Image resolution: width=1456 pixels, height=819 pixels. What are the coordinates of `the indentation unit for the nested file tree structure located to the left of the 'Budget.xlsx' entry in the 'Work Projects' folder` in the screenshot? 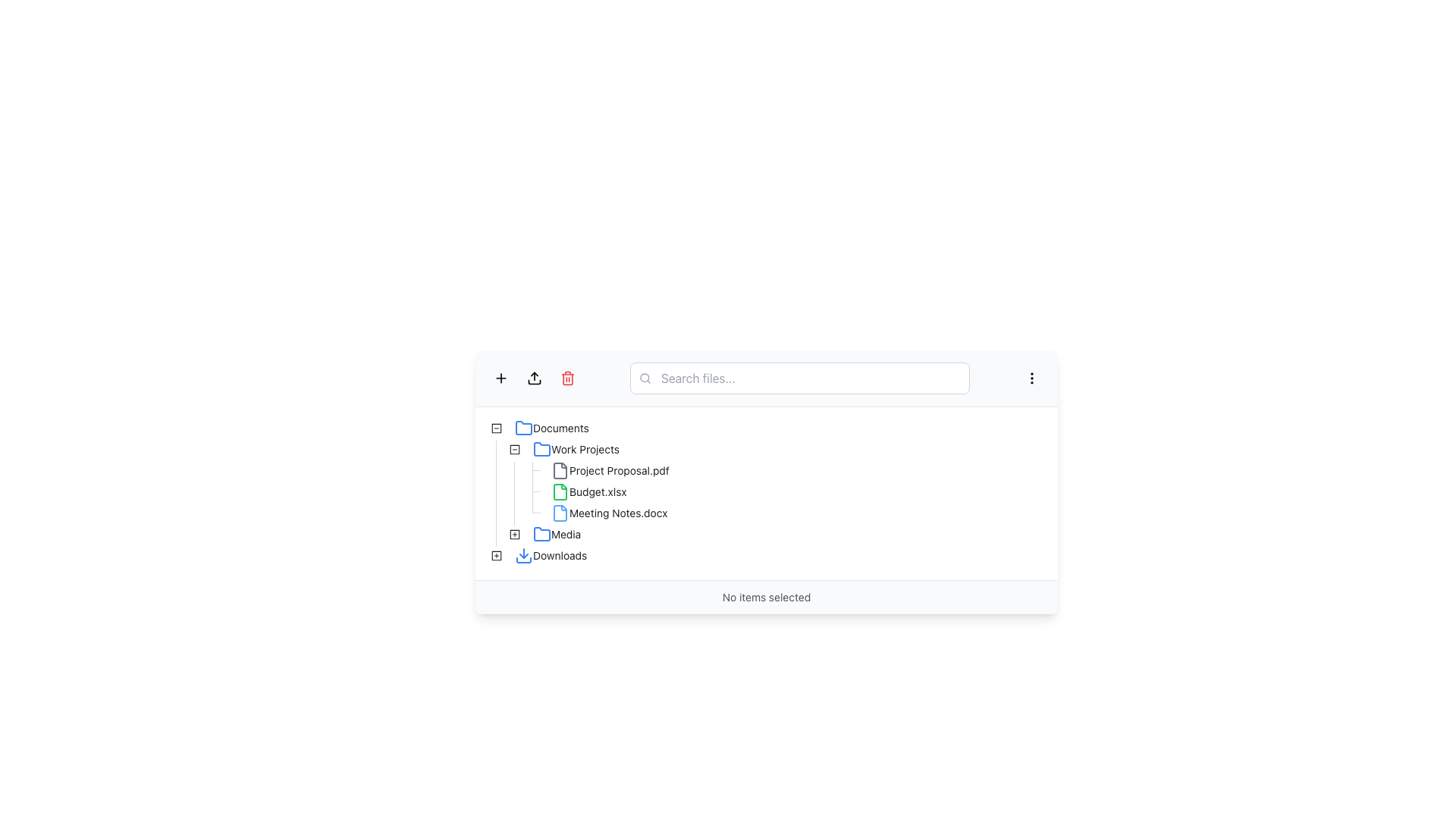 It's located at (506, 491).